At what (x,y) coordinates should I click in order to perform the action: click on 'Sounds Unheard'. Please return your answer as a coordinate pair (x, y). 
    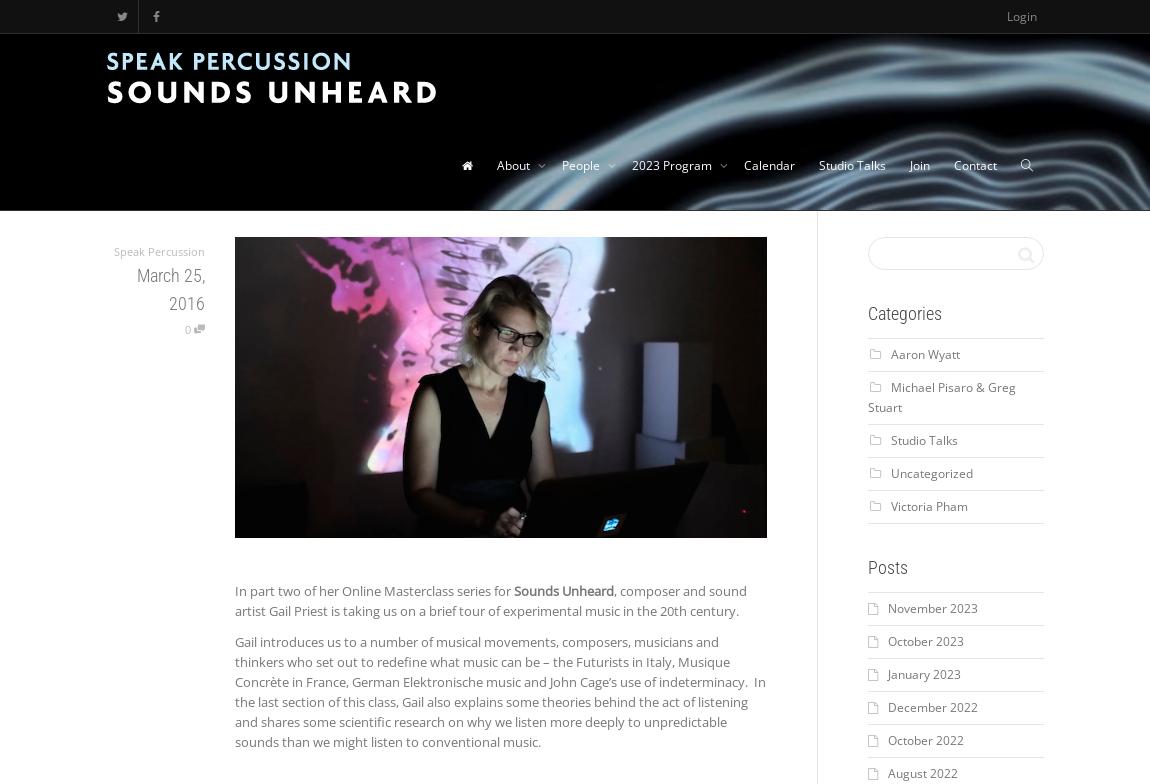
    Looking at the image, I should click on (563, 590).